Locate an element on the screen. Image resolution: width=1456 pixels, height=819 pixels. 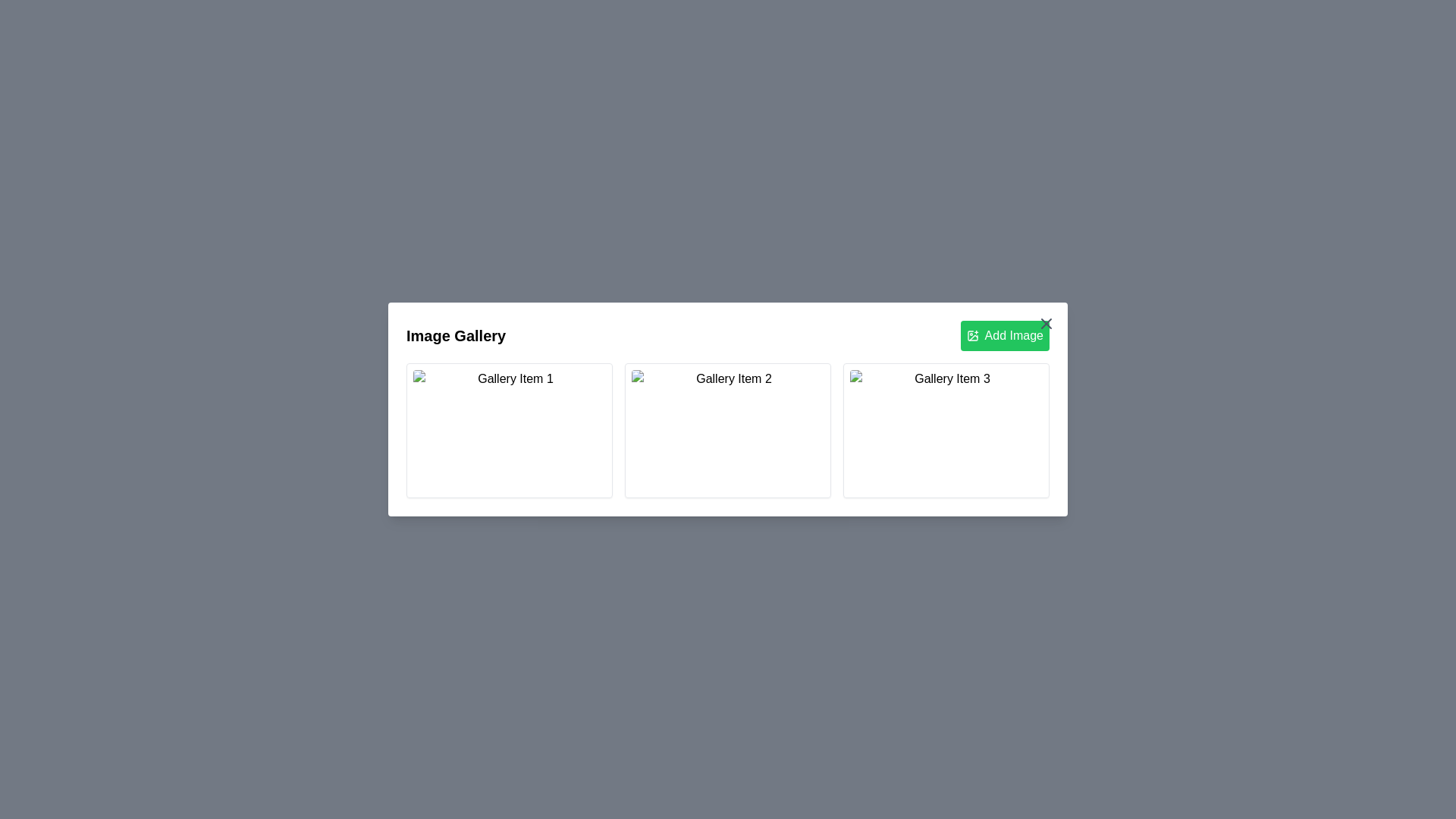
close button at the top-right corner of the dialog to close it is located at coordinates (1046, 323).